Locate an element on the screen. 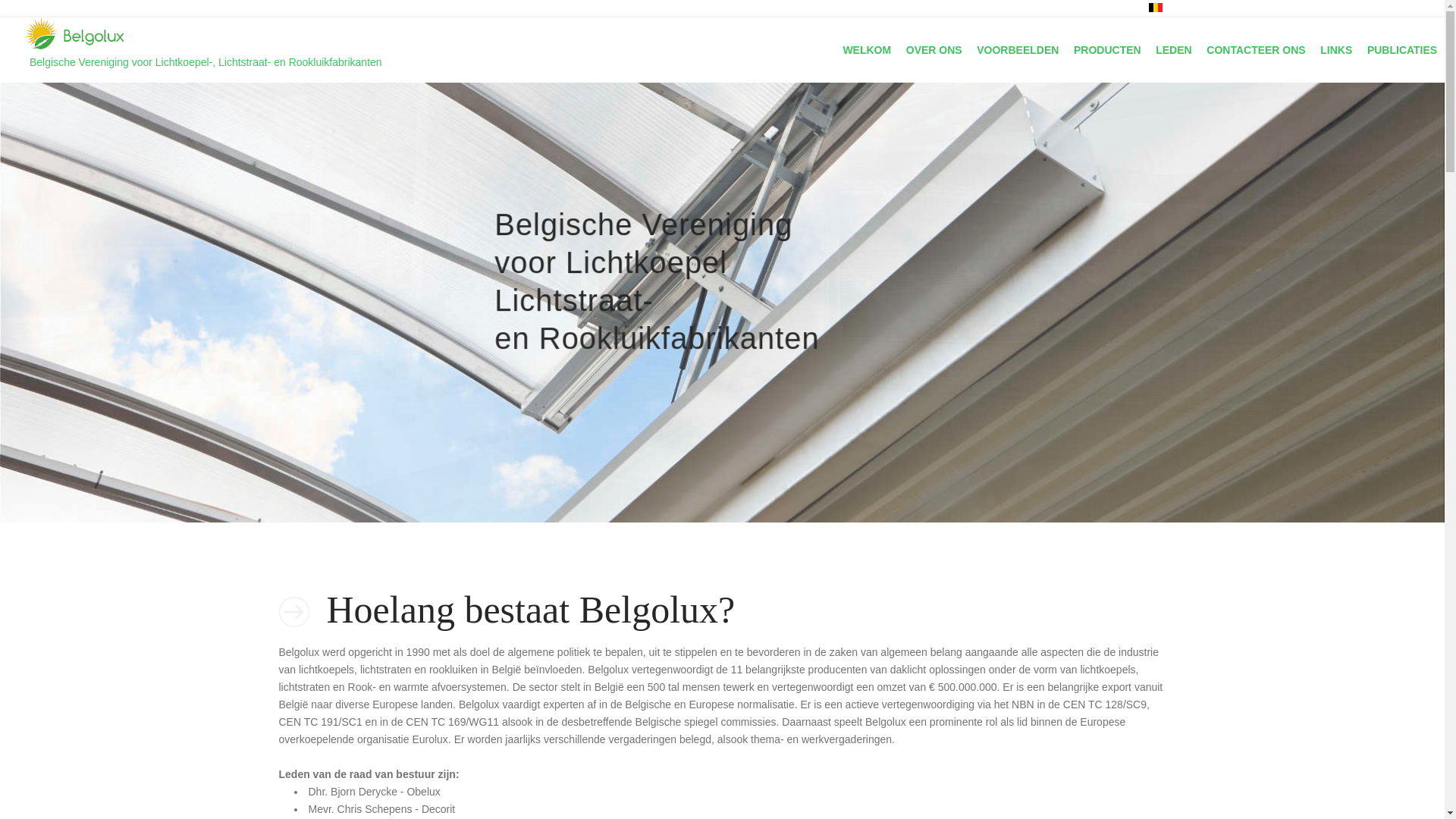 The image size is (1456, 819). 'Nederlands' is located at coordinates (1153, 8).